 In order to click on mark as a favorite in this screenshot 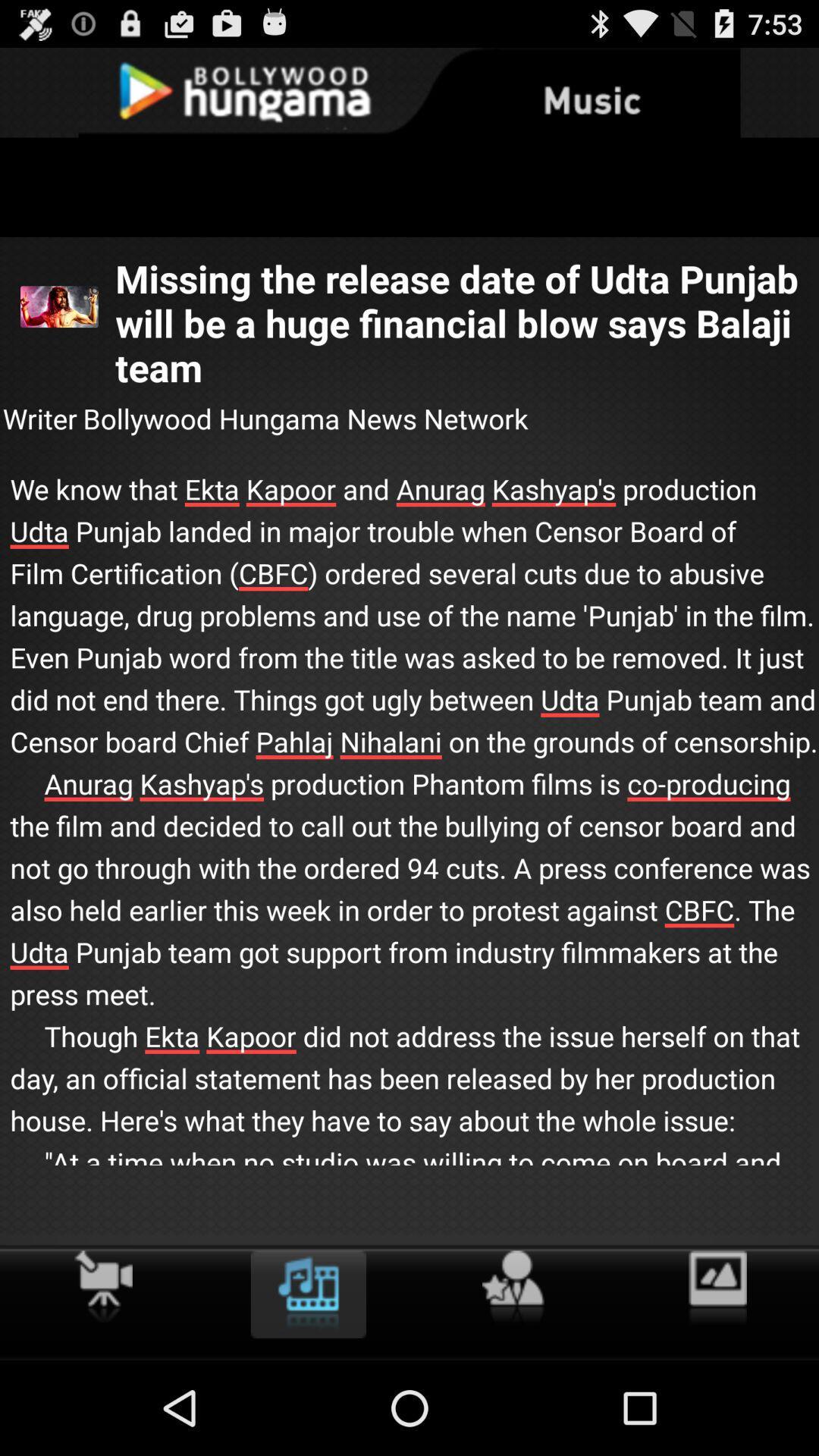, I will do `click(512, 1287)`.